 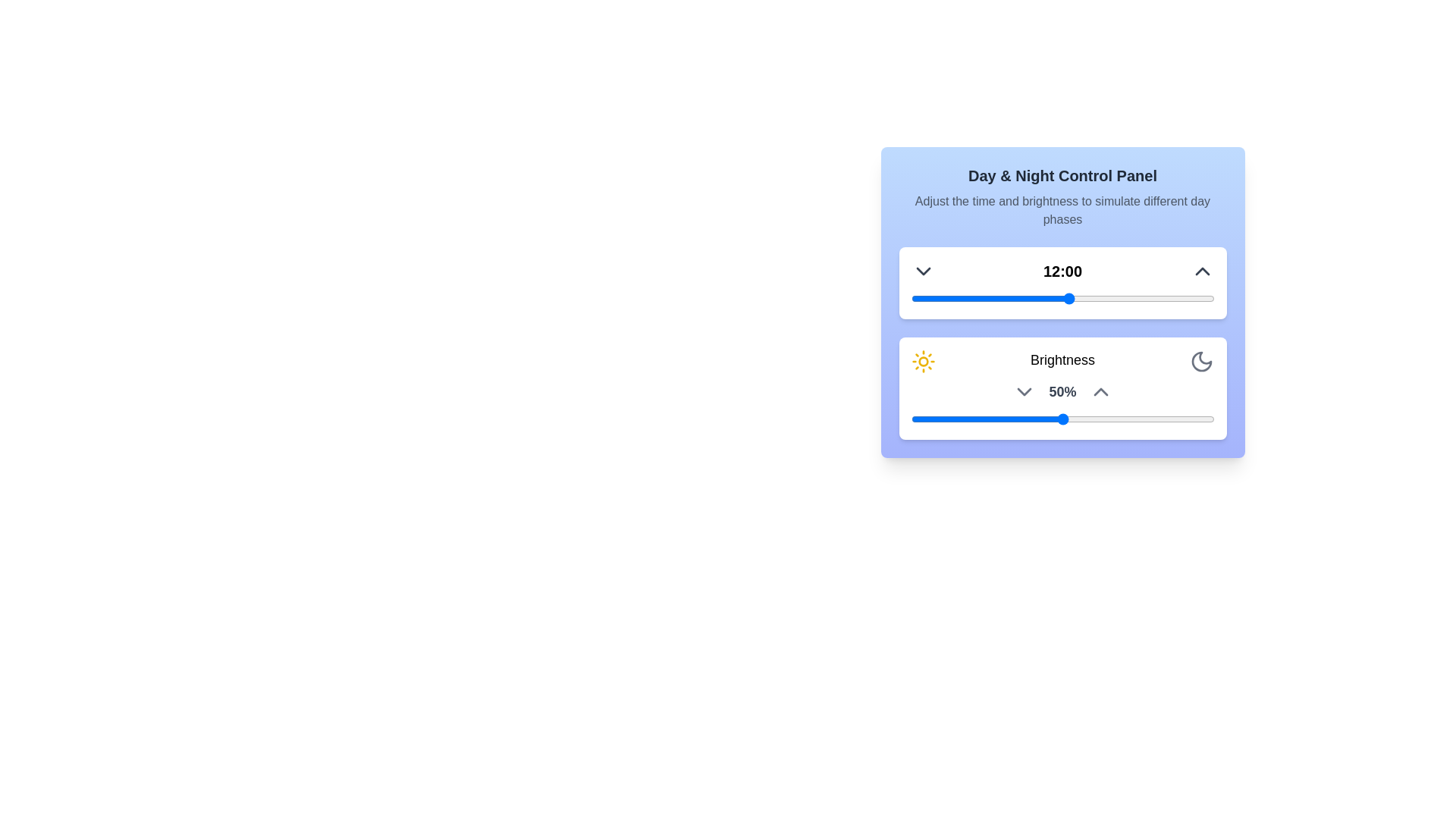 I want to click on the brightness increase button located to the far right of the 'Brightness' control section, next to a percentage indicator ('50%'), so click(x=1100, y=391).